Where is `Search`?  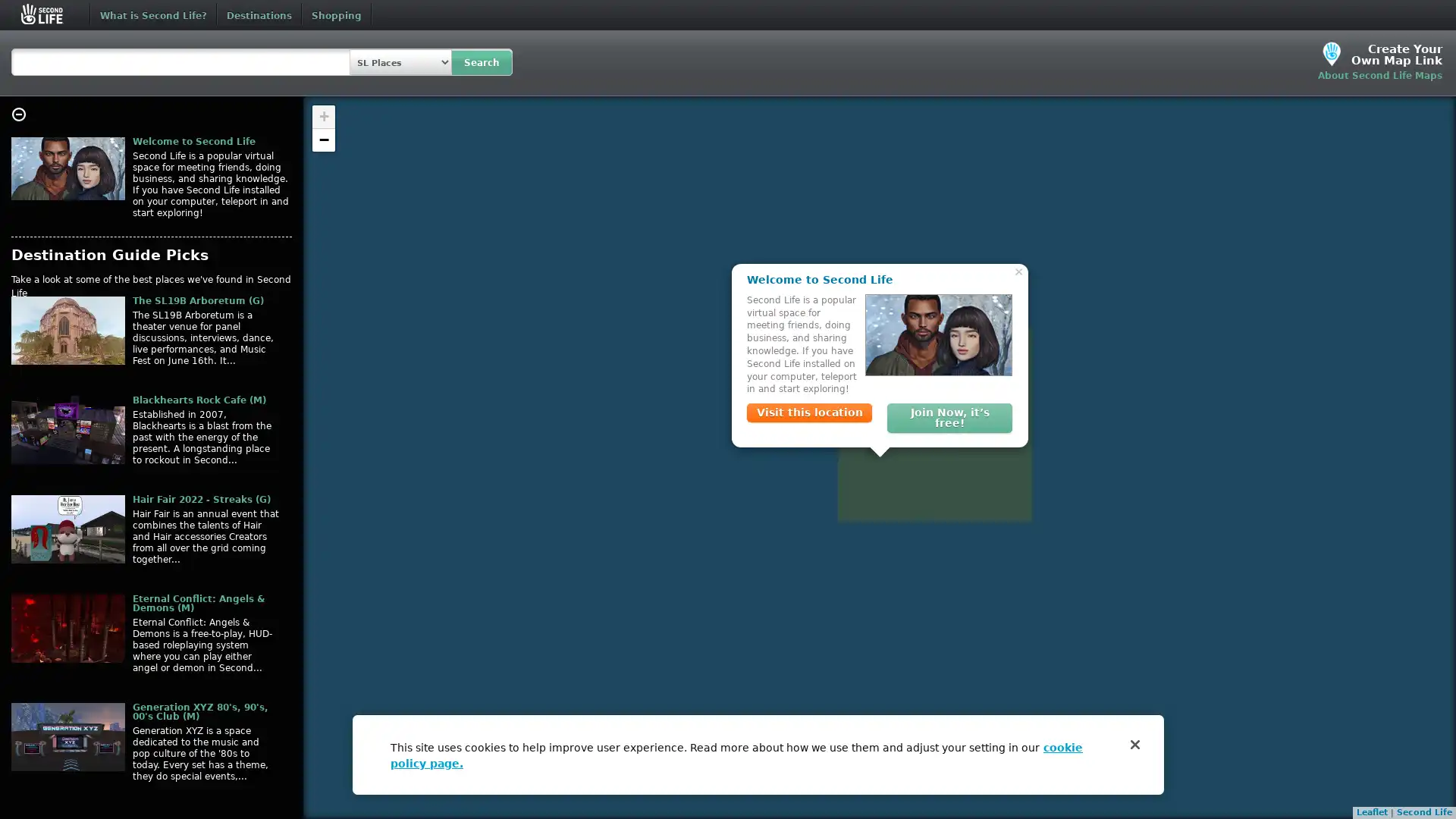
Search is located at coordinates (481, 63).